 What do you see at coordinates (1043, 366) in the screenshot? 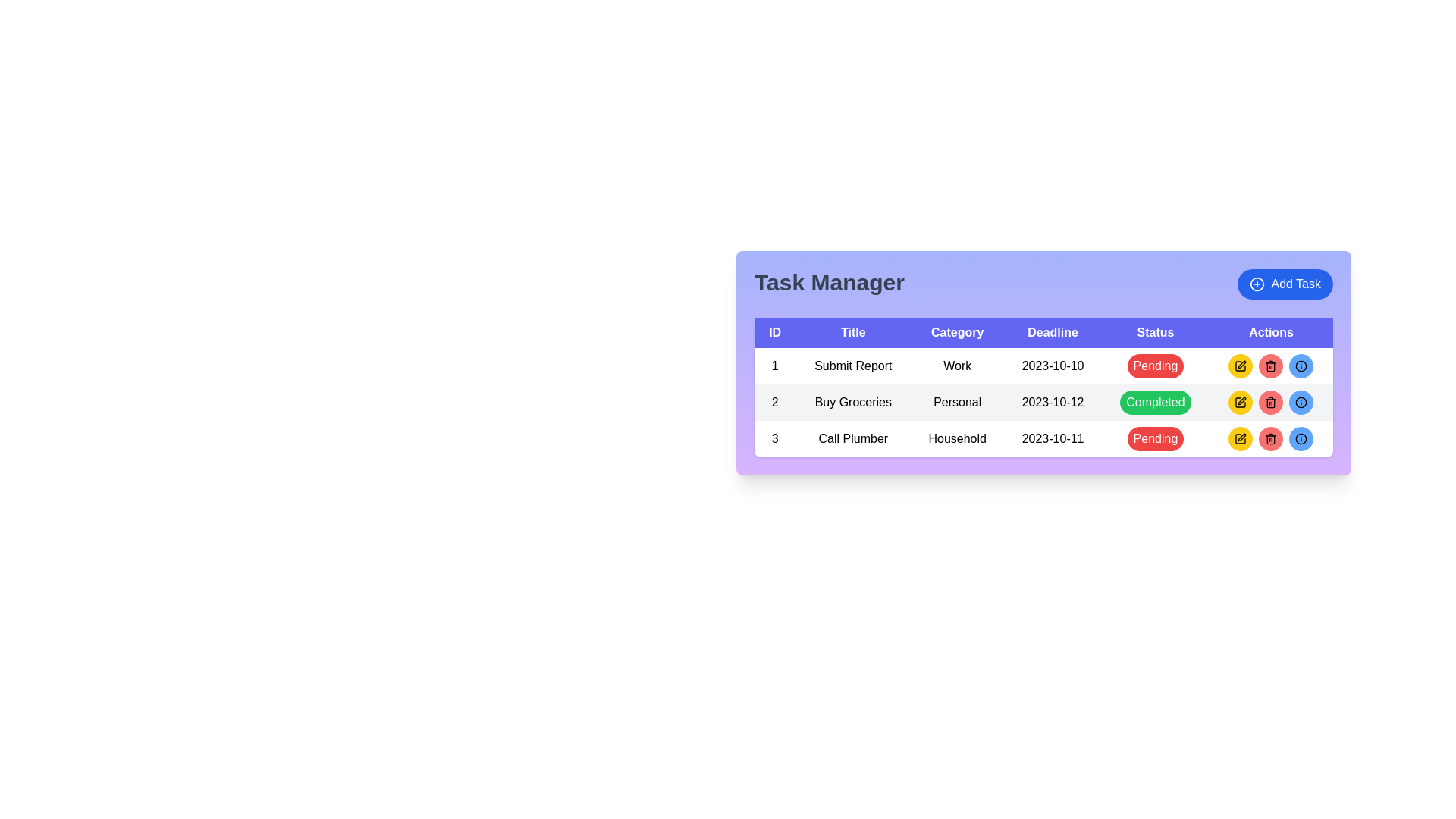
I see `the first table row displaying task details with ID '1', Title 'Submit Report', Category 'Work', Deadline '2023-10-10', and Status 'Pending'` at bounding box center [1043, 366].